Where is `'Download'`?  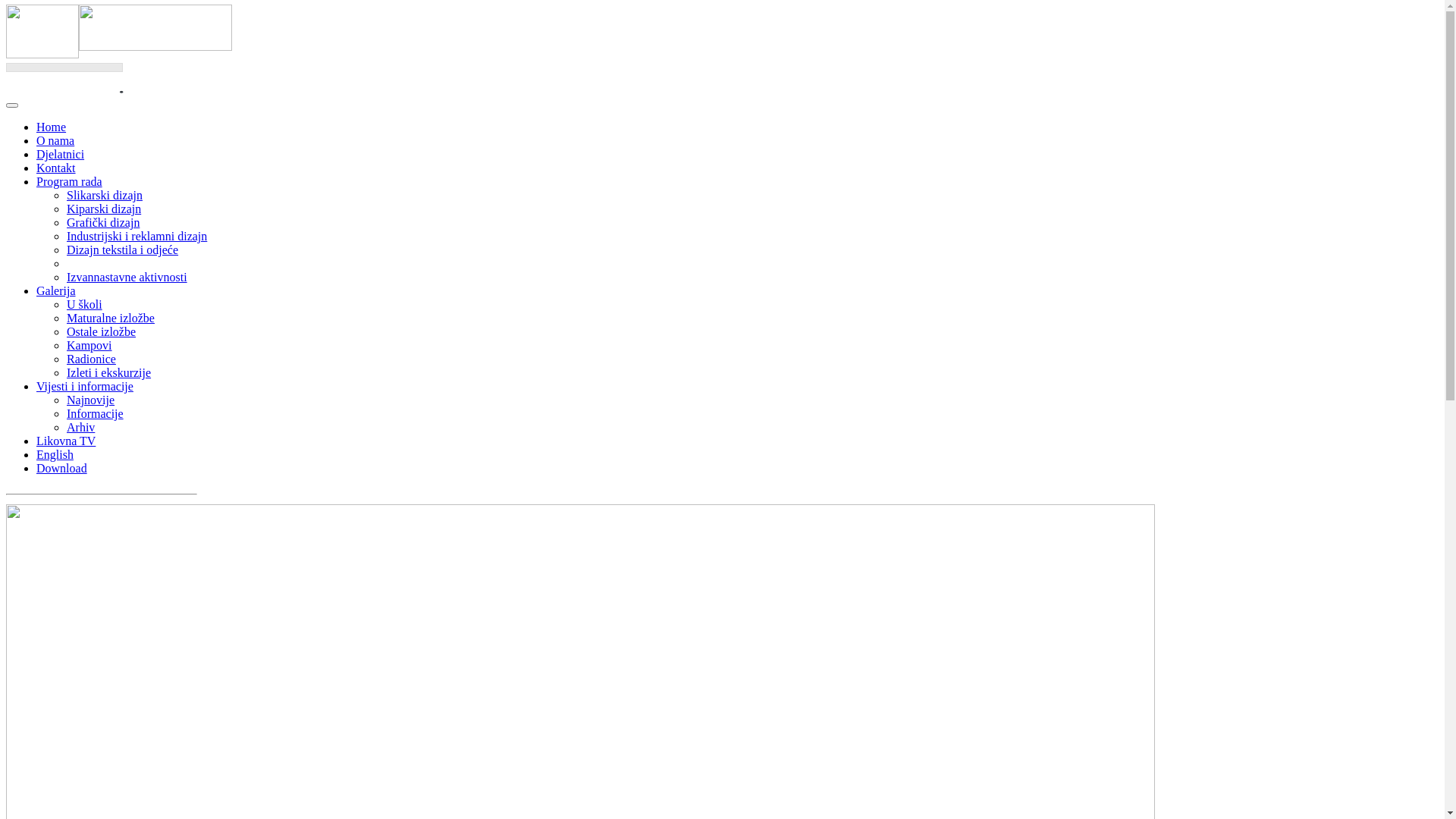
'Download' is located at coordinates (61, 467).